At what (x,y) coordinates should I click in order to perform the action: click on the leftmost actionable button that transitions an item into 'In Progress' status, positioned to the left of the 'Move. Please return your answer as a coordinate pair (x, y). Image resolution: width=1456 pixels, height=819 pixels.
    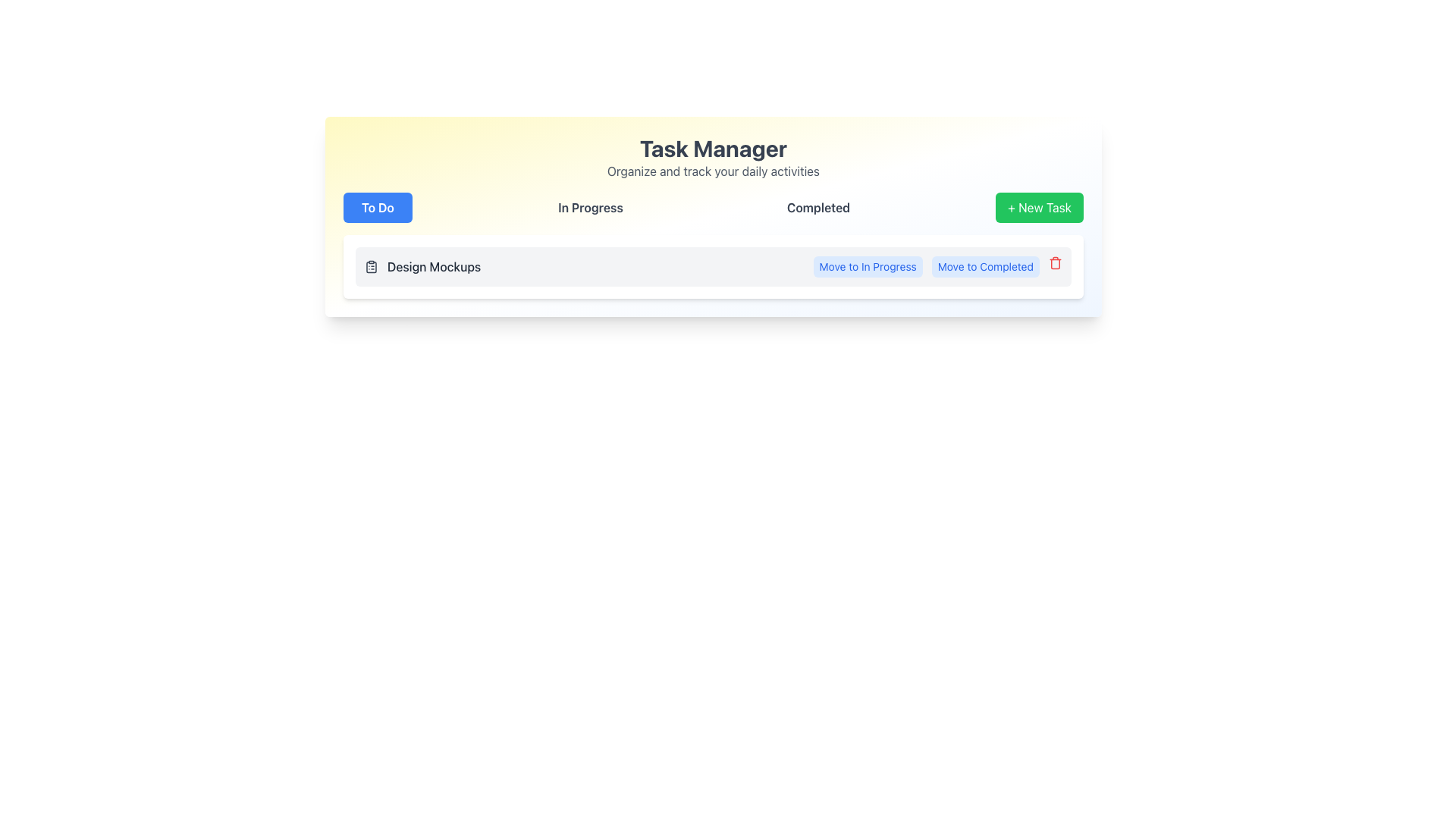
    Looking at the image, I should click on (868, 265).